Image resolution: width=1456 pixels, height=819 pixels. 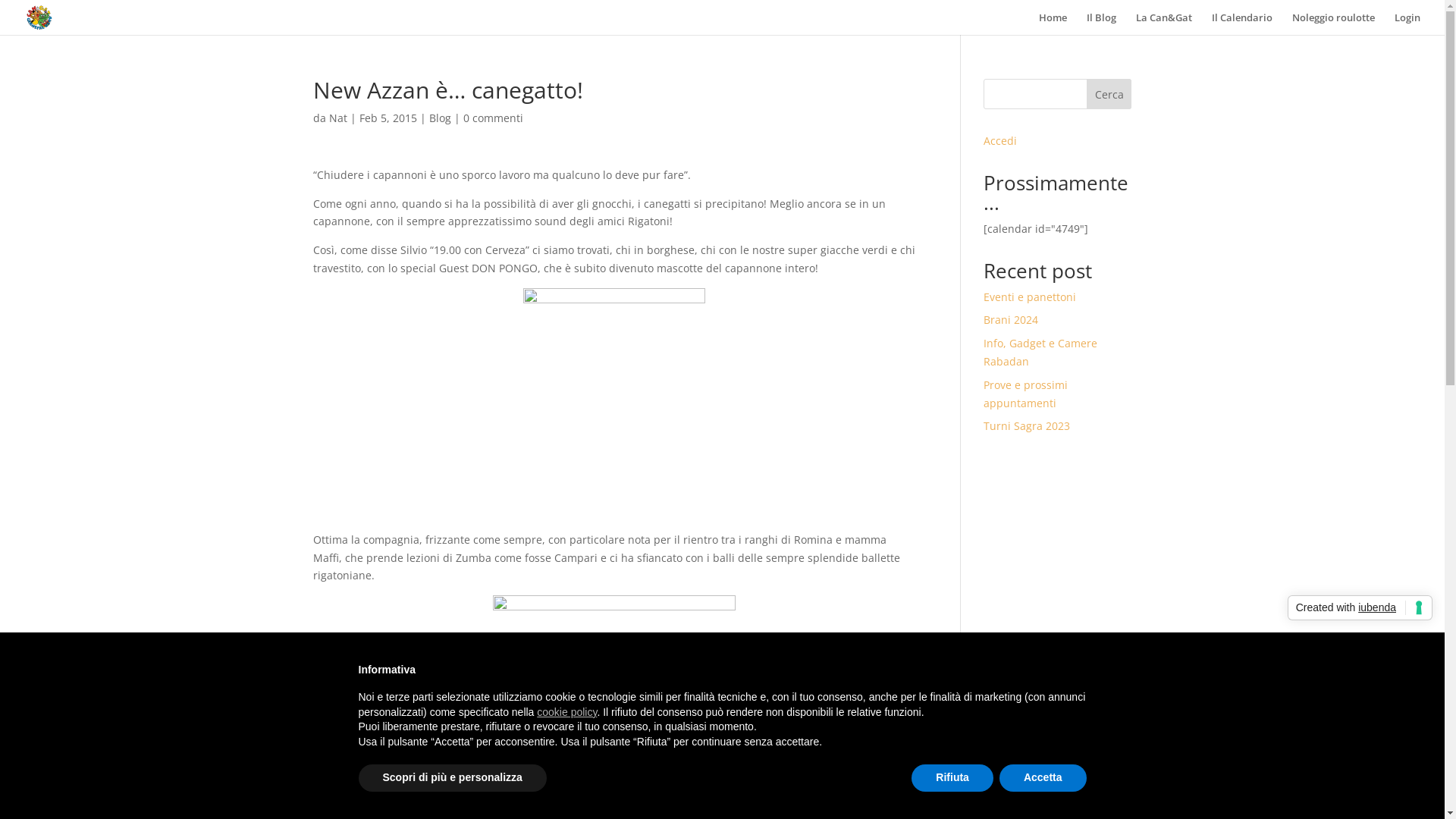 What do you see at coordinates (1163, 23) in the screenshot?
I see `'La Can&Gat'` at bounding box center [1163, 23].